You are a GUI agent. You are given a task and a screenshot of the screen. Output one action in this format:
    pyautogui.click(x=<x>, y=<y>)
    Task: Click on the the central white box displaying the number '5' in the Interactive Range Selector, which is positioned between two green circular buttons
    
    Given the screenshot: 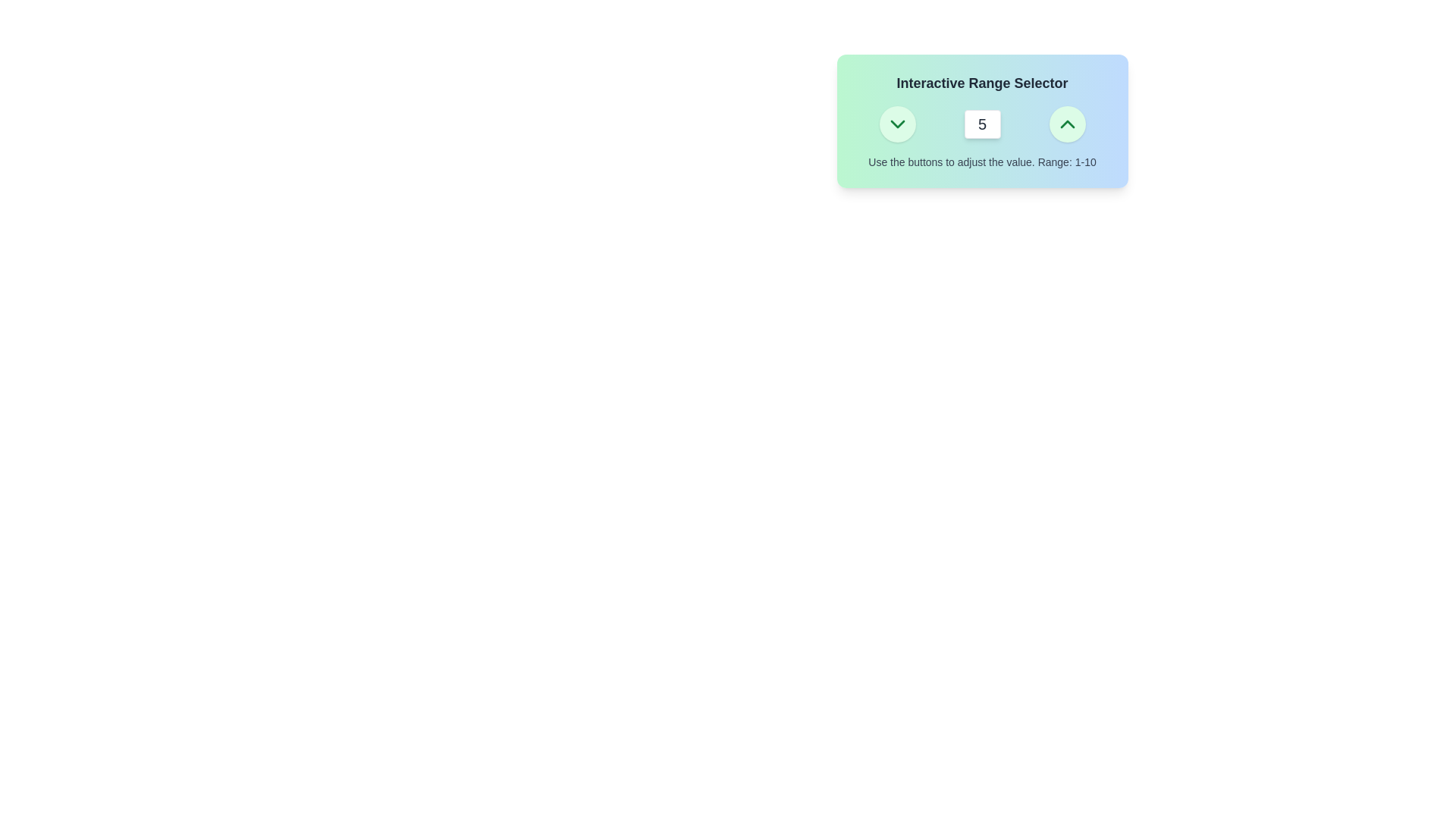 What is the action you would take?
    pyautogui.click(x=982, y=124)
    